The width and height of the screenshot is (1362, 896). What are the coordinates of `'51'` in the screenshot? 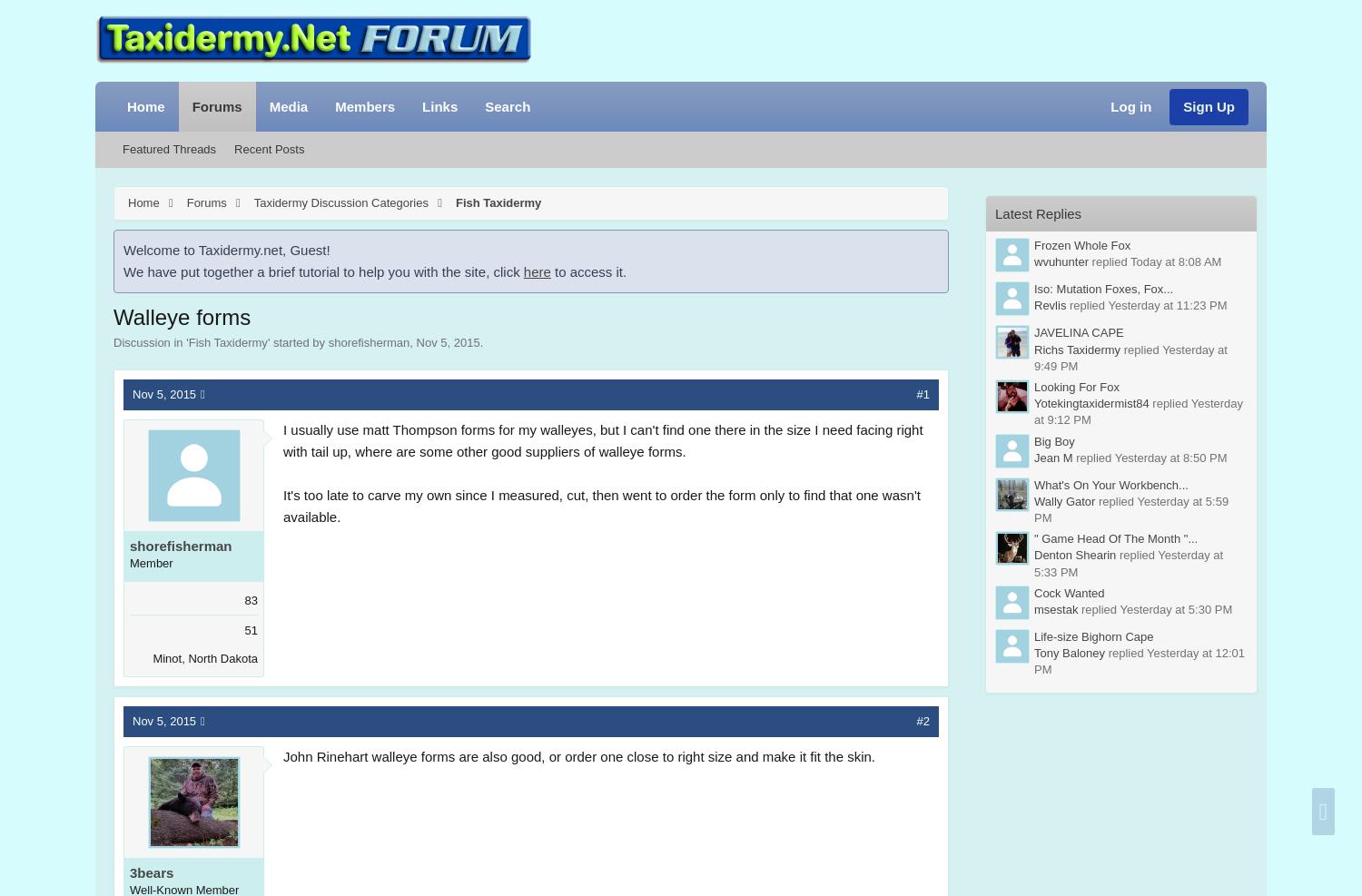 It's located at (251, 629).